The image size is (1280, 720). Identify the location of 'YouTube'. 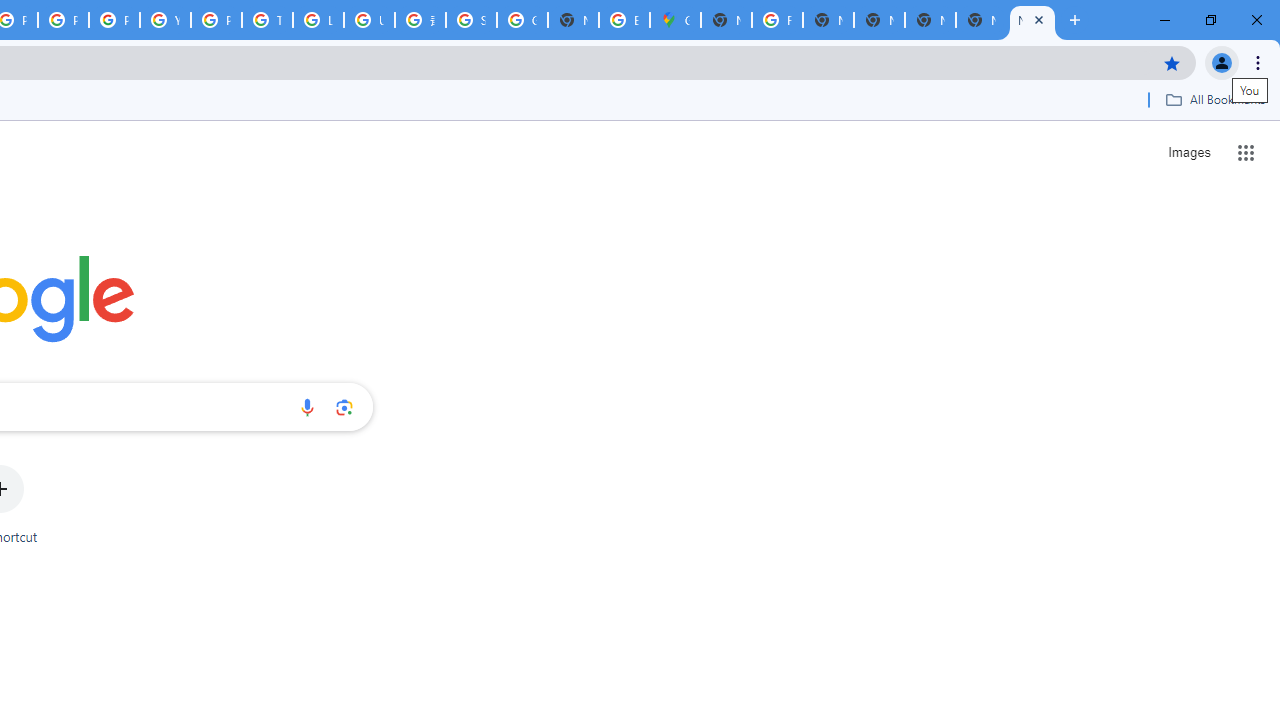
(165, 20).